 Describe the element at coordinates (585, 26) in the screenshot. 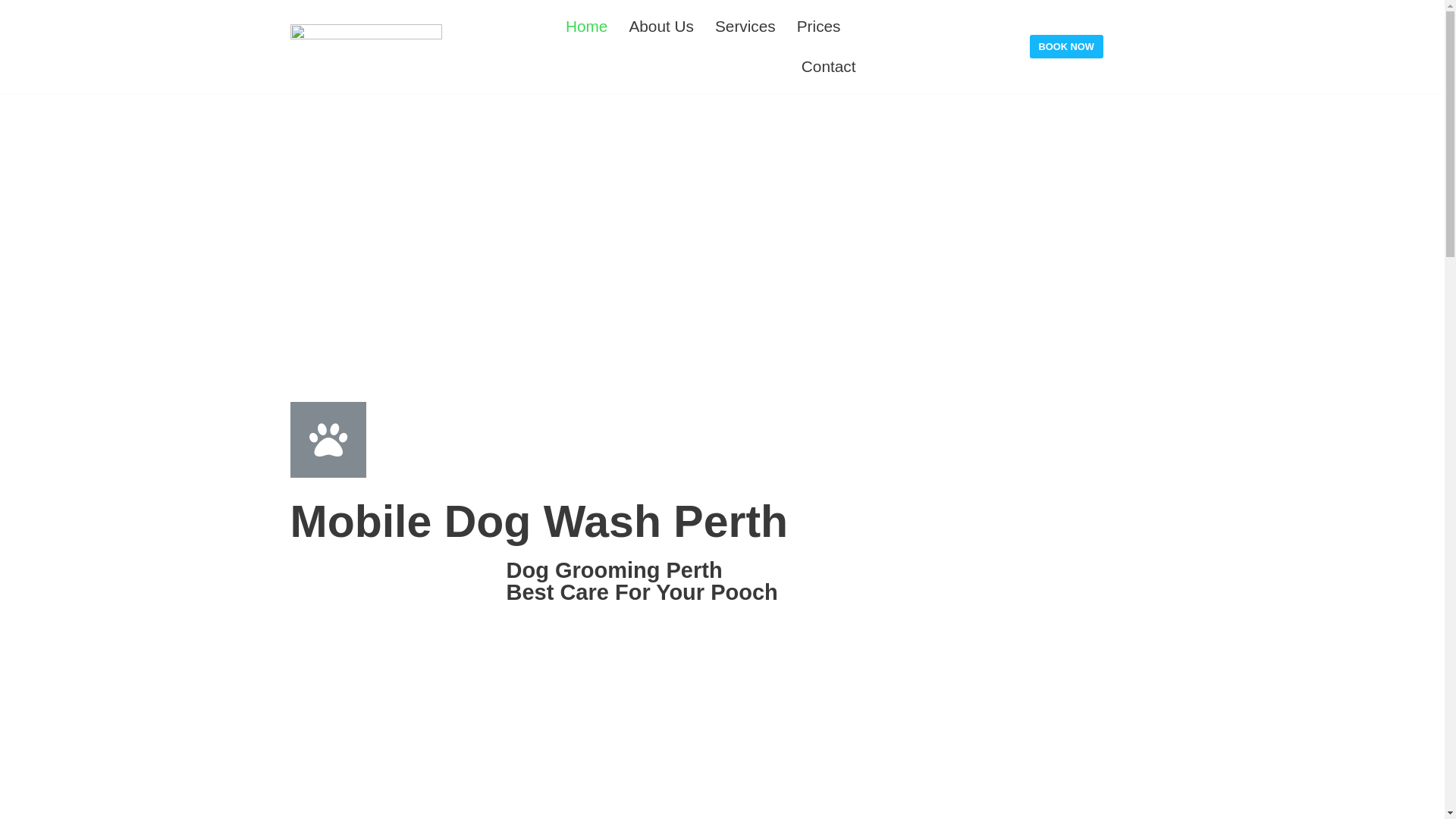

I see `'Home'` at that location.